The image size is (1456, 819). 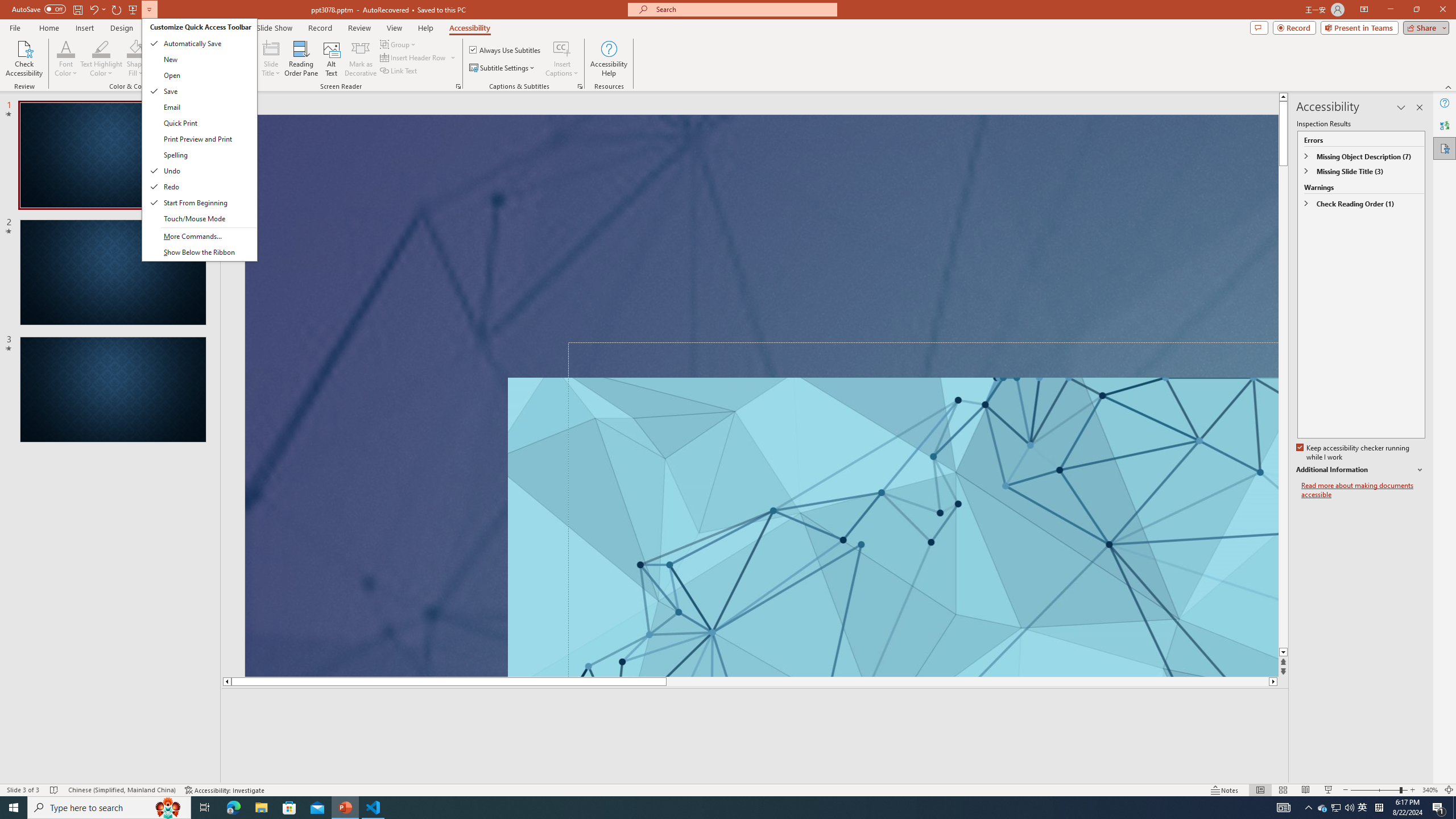 What do you see at coordinates (561, 48) in the screenshot?
I see `'Insert Captions'` at bounding box center [561, 48].